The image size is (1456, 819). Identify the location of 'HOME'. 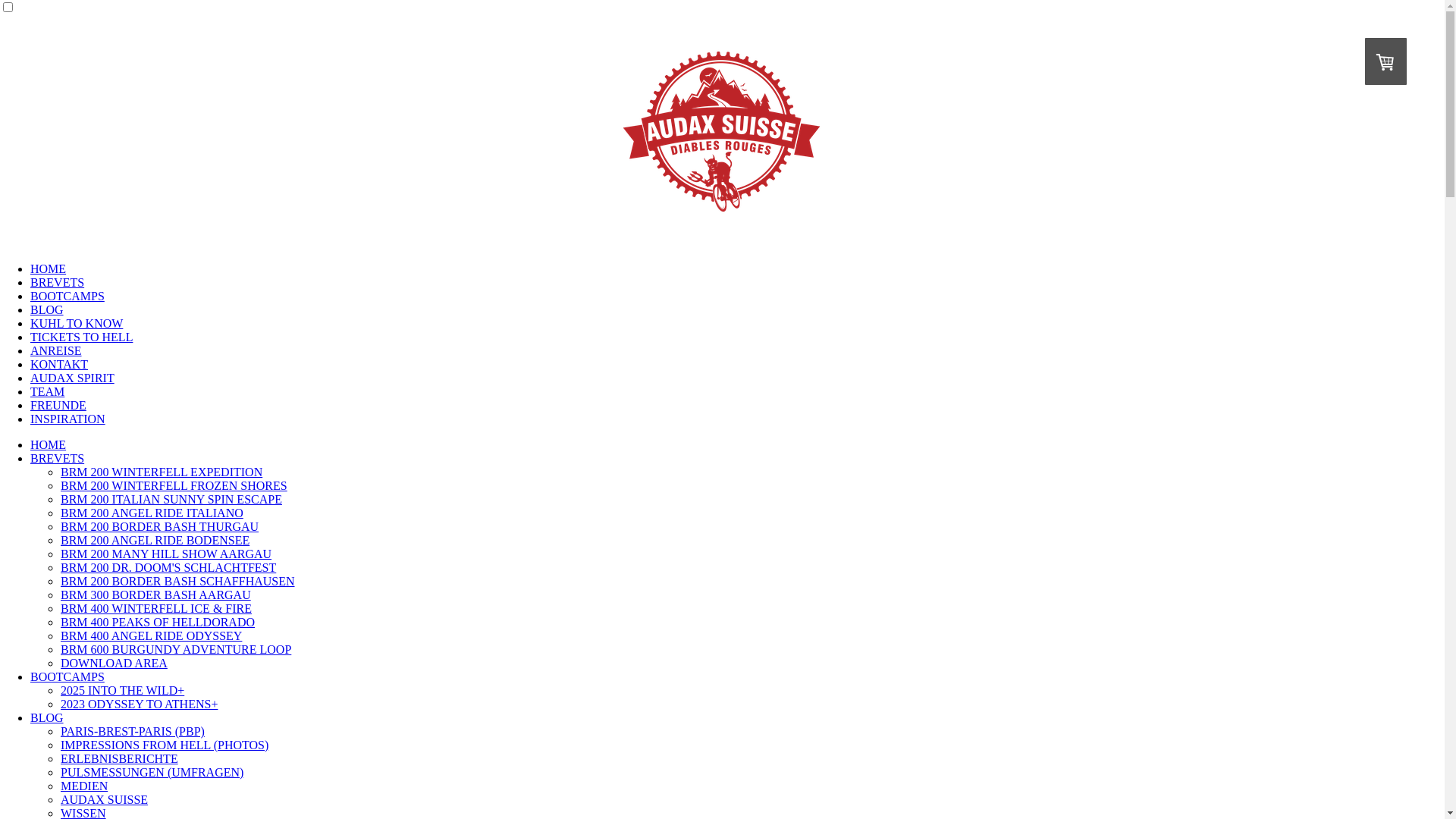
(48, 268).